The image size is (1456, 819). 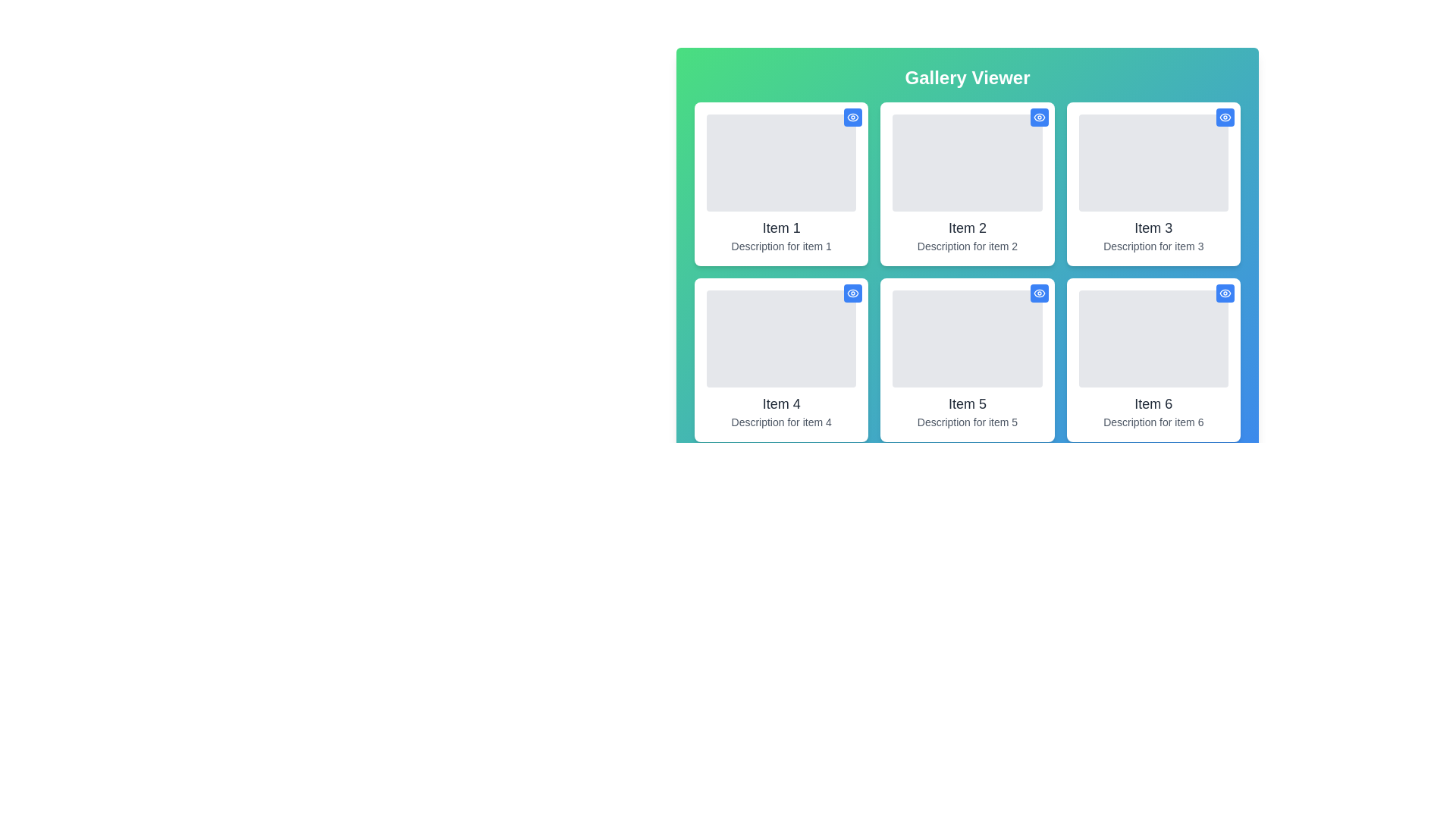 What do you see at coordinates (853, 293) in the screenshot?
I see `the eye-shaped icon located at the top-right corner of the card labeled 'Item 4' within the grid layout` at bounding box center [853, 293].